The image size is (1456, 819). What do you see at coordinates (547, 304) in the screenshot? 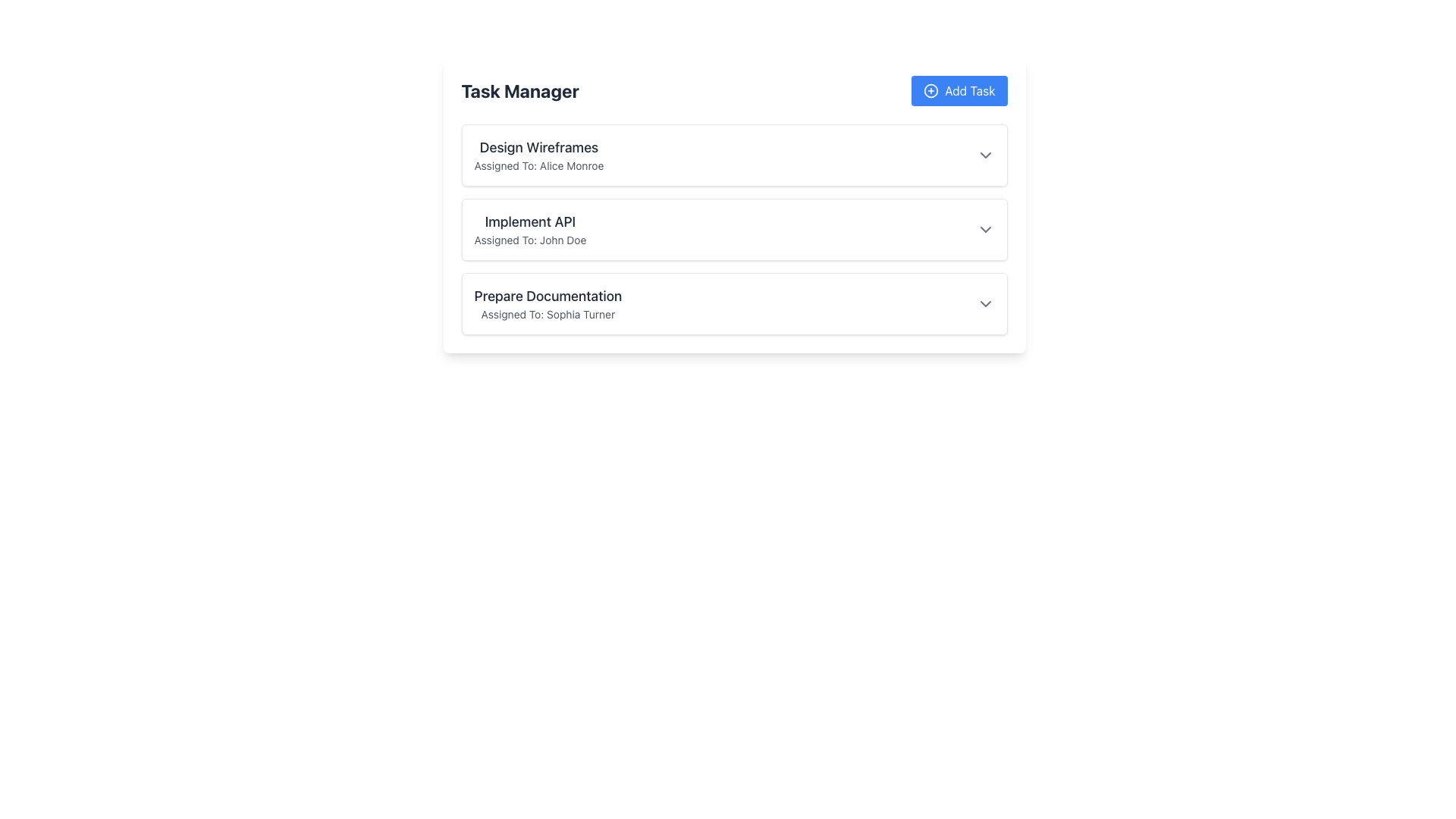
I see `the third task item in the task manager interface, which displays the task's title and the person assigned to it` at bounding box center [547, 304].